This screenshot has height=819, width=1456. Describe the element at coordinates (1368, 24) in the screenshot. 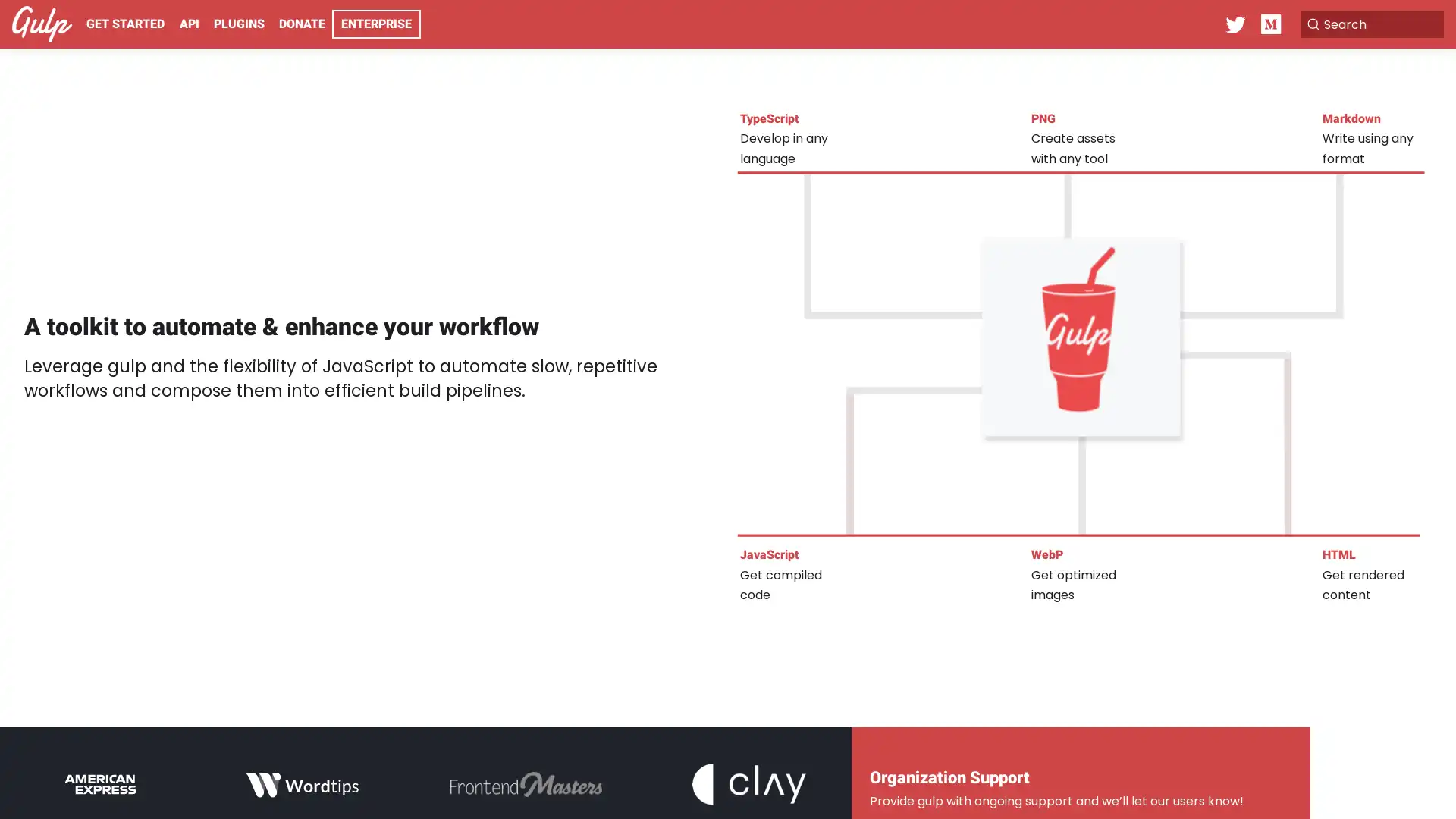

I see `Search` at that location.